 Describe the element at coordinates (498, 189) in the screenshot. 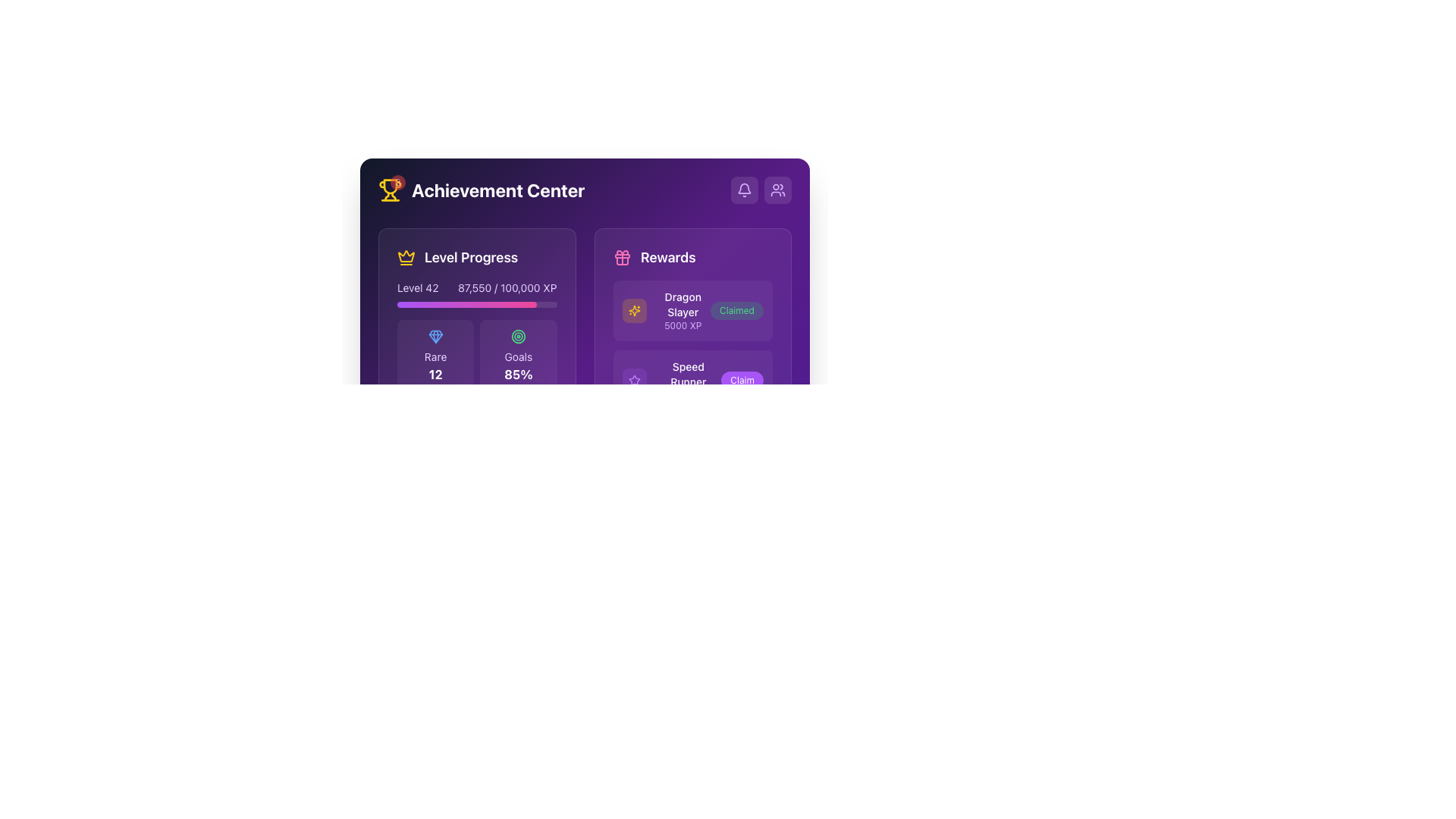

I see `the Text Label that serves as the header for the 'Achievement Center', located near a trophy icon and accompanied by a numeric badge` at that location.